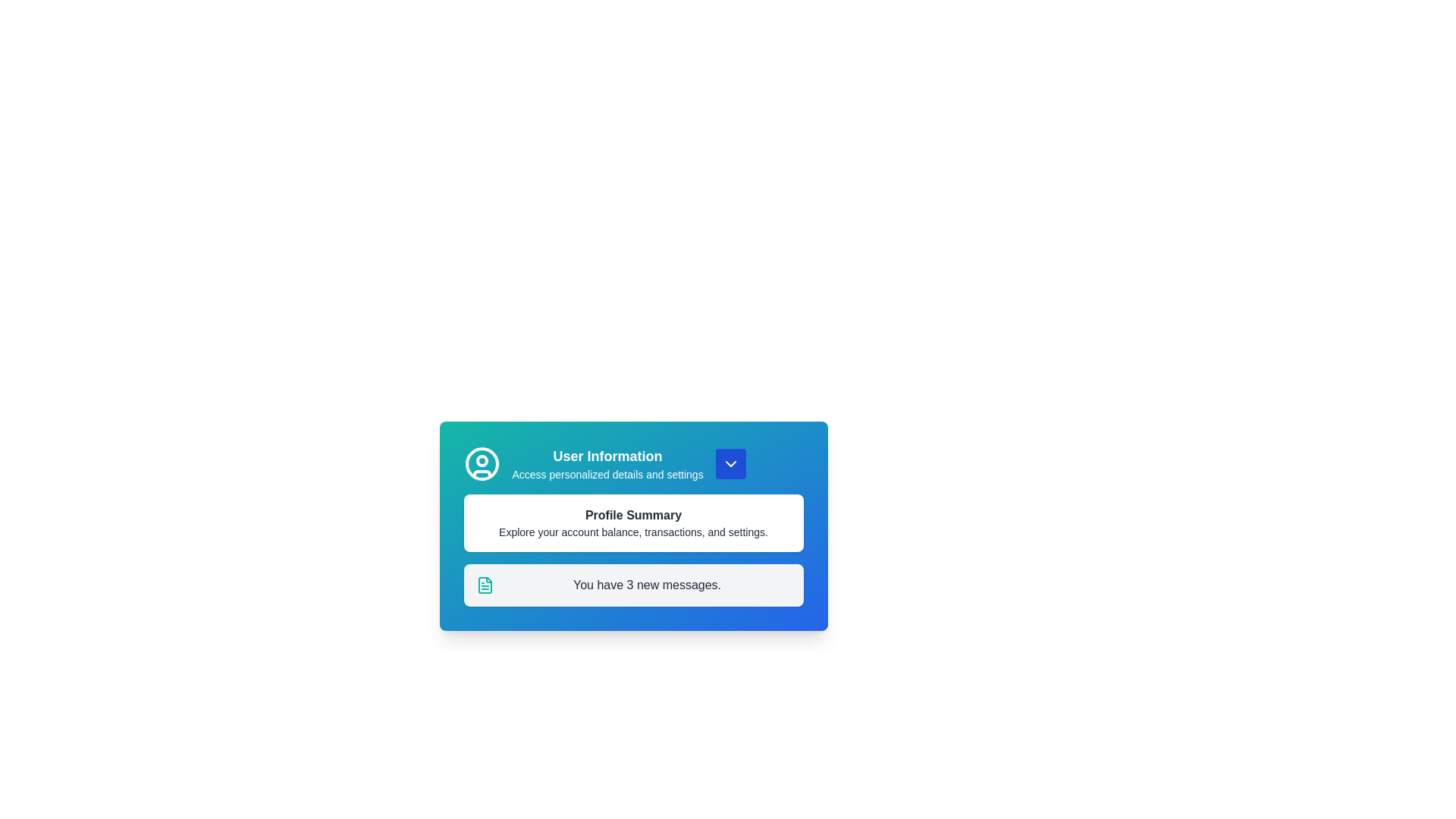 This screenshot has width=1456, height=819. Describe the element at coordinates (607, 455) in the screenshot. I see `the 'User Information' text label, which is a bold and large-sized heading on a gradient blue background` at that location.